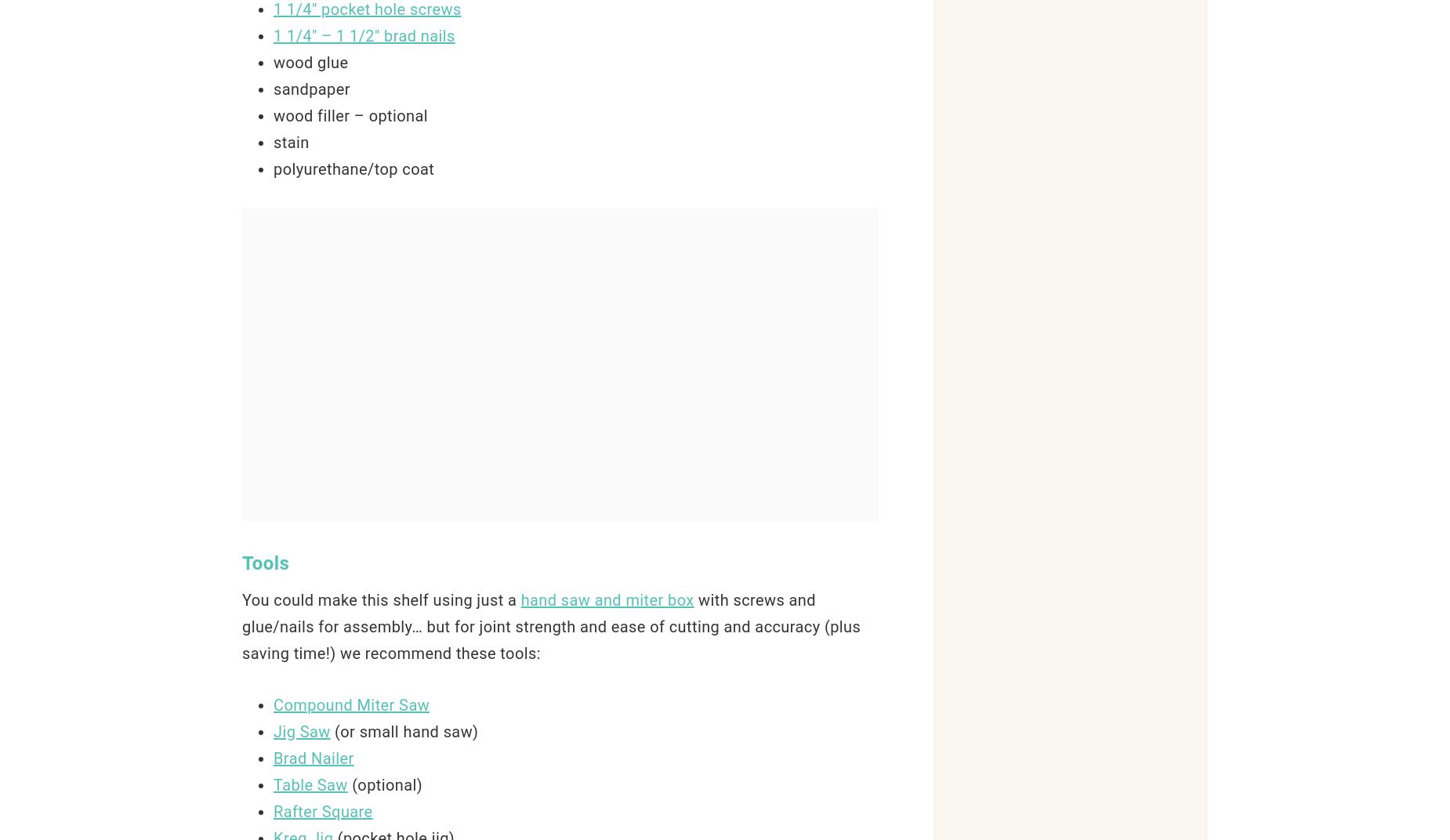 This screenshot has height=840, width=1450. Describe the element at coordinates (404, 732) in the screenshot. I see `'(or small hand saw)'` at that location.